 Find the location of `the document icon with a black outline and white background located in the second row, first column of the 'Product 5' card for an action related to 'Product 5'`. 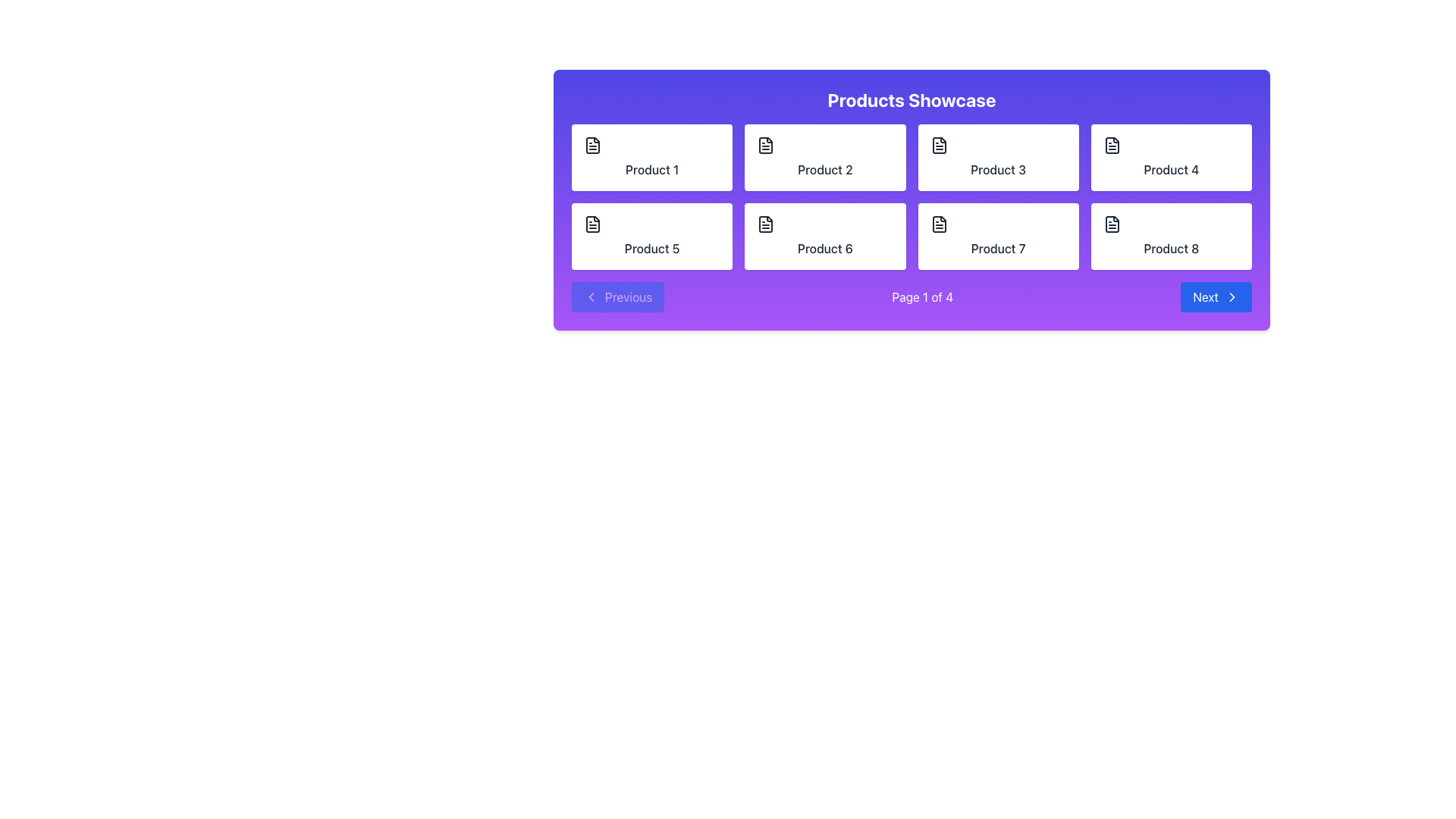

the document icon with a black outline and white background located in the second row, first column of the 'Product 5' card for an action related to 'Product 5' is located at coordinates (592, 224).